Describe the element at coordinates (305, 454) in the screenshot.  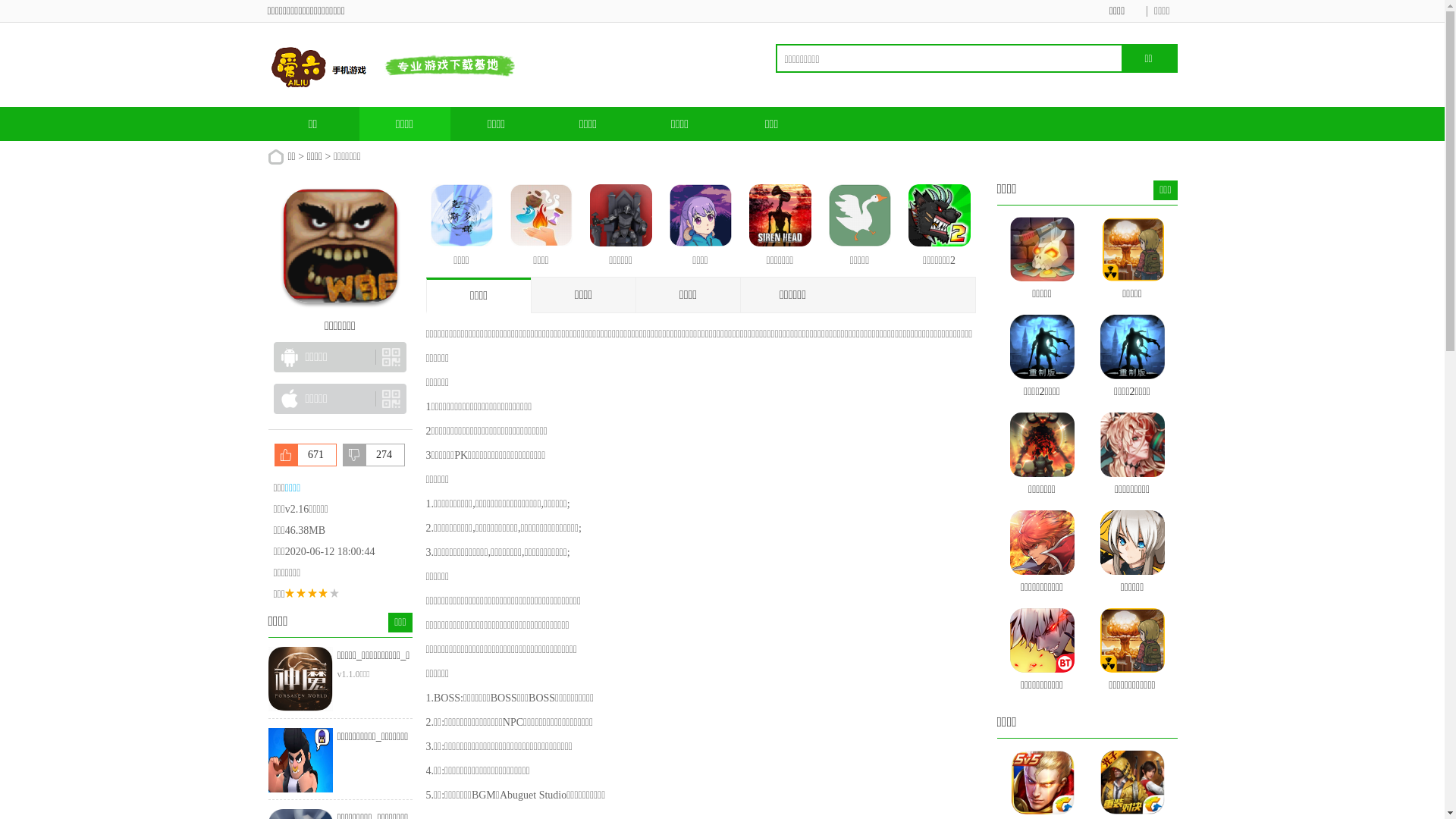
I see `'671'` at that location.